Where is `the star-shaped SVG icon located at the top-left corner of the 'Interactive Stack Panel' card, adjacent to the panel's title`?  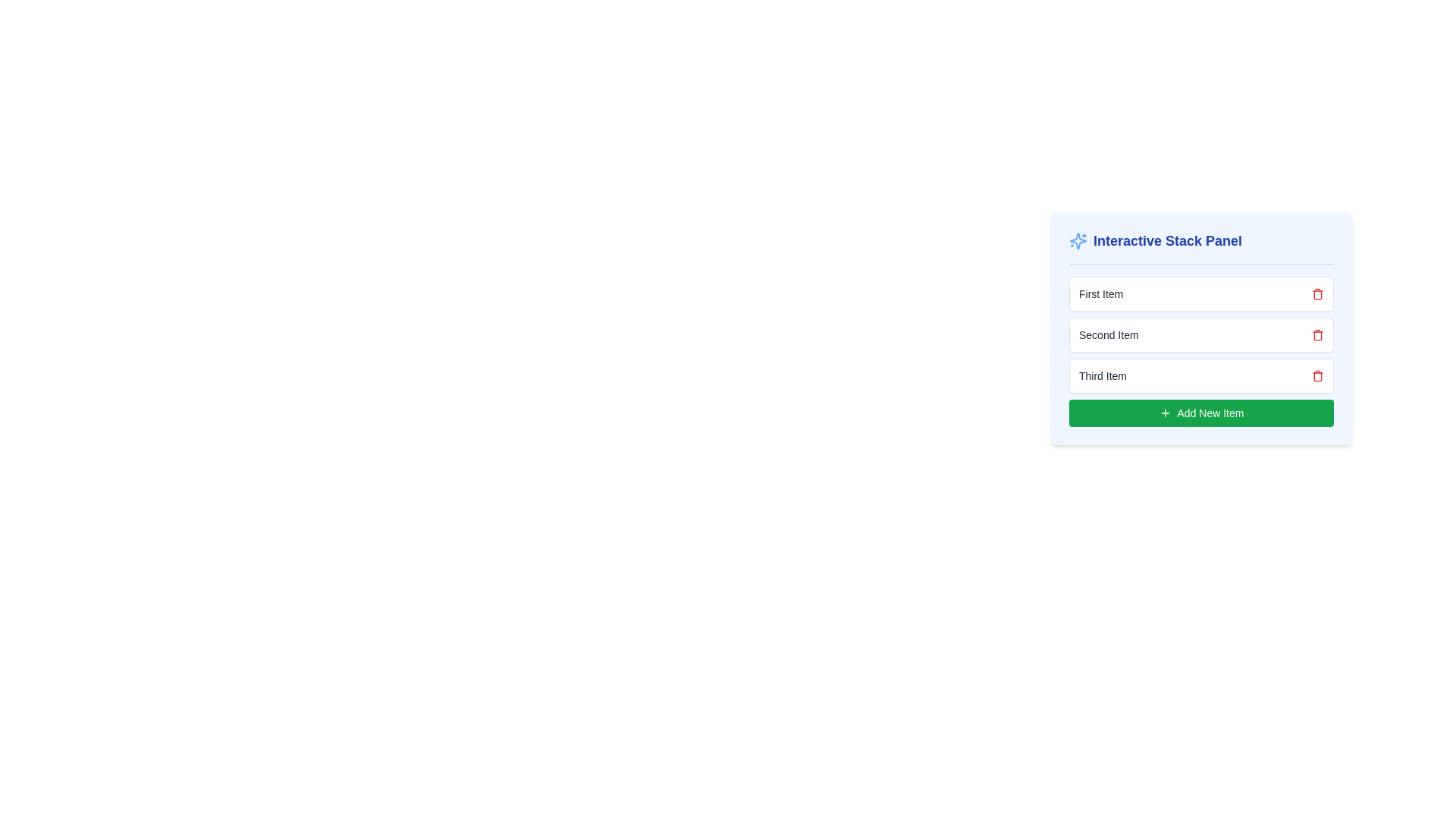 the star-shaped SVG icon located at the top-left corner of the 'Interactive Stack Panel' card, adjacent to the panel's title is located at coordinates (1077, 240).